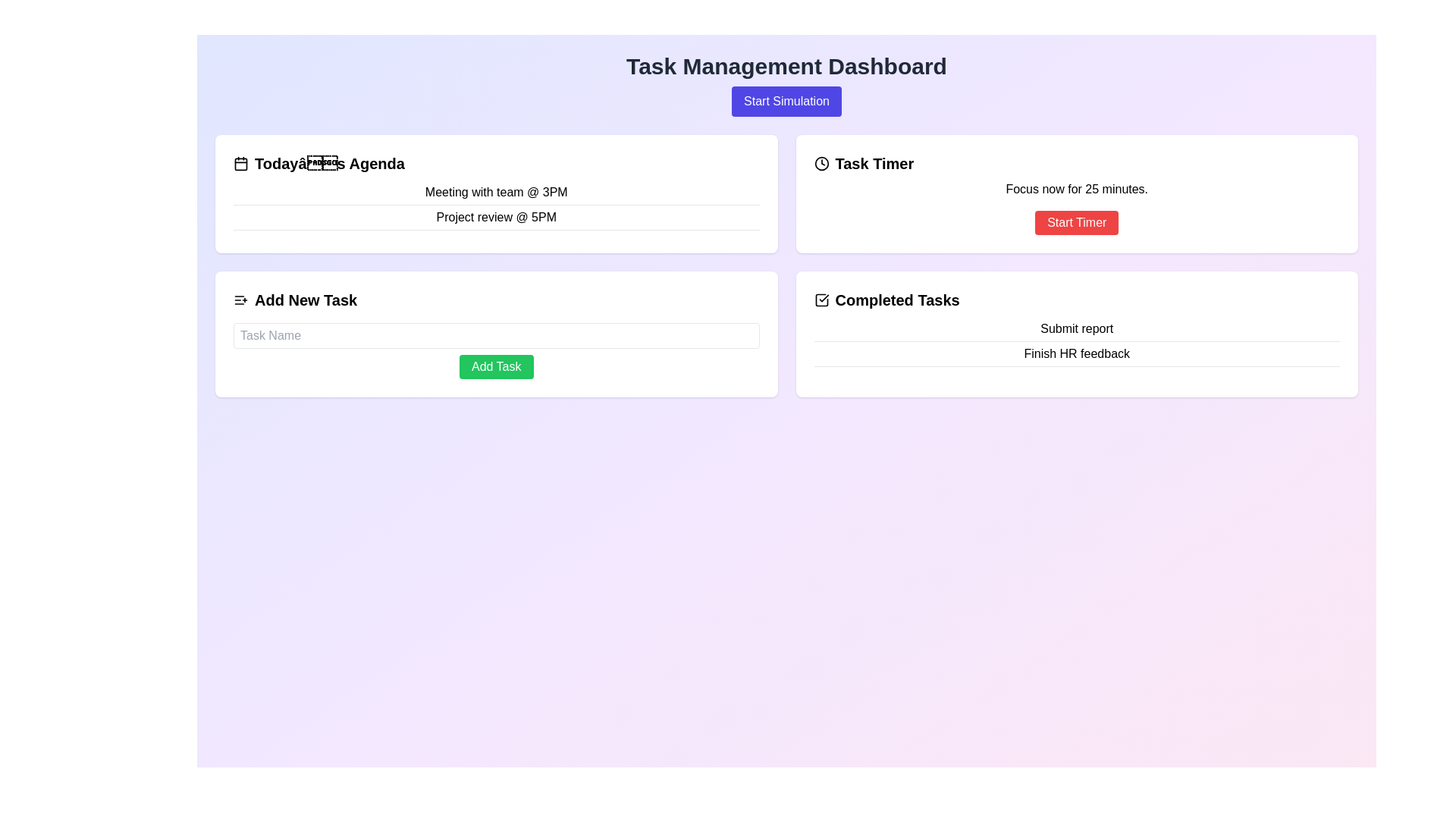  What do you see at coordinates (496, 366) in the screenshot?
I see `the rectangular green button labeled 'Add Task' located in the 'Add New Task' section` at bounding box center [496, 366].